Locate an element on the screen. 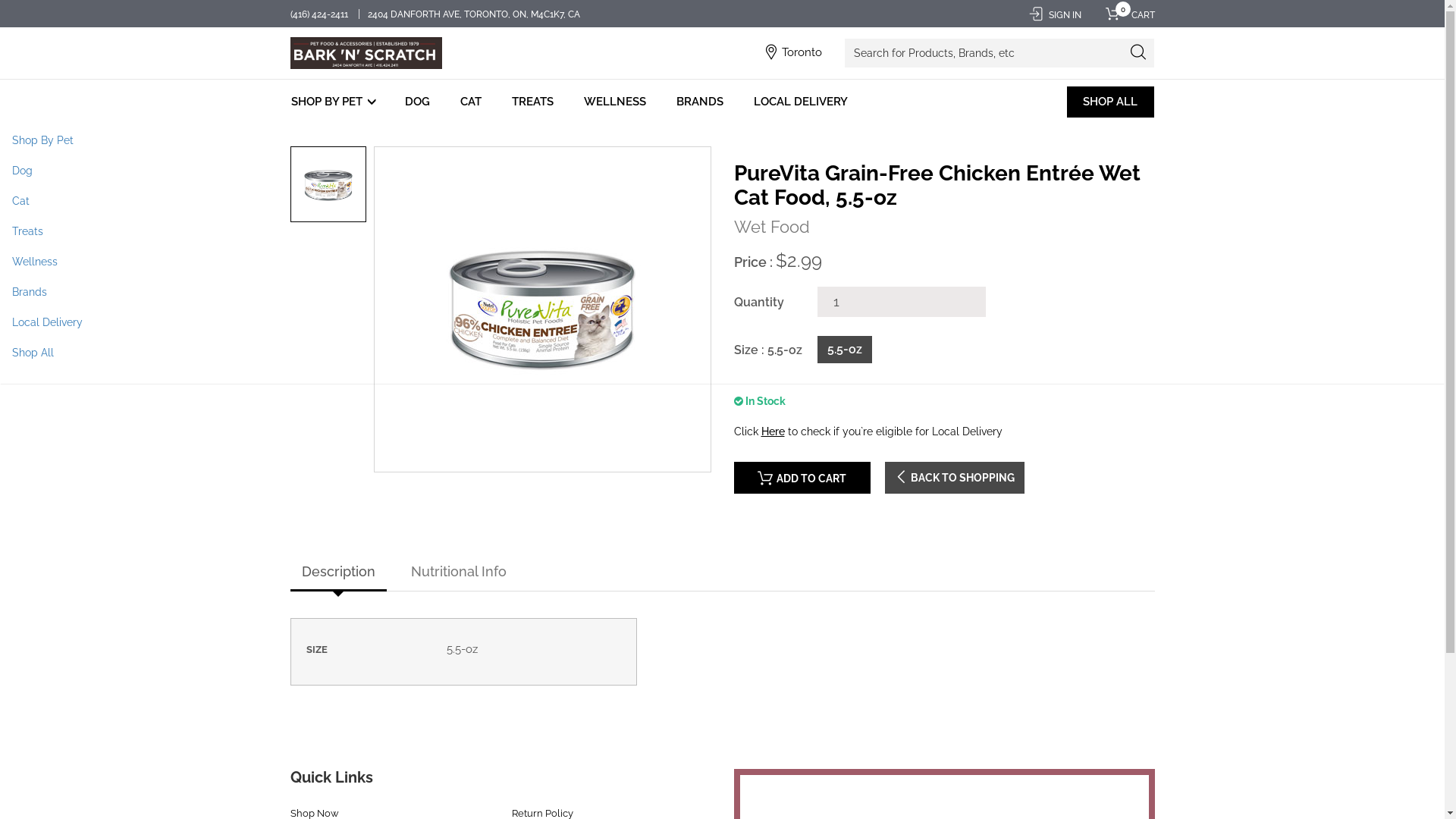  '0 CART' is located at coordinates (1125, 14).